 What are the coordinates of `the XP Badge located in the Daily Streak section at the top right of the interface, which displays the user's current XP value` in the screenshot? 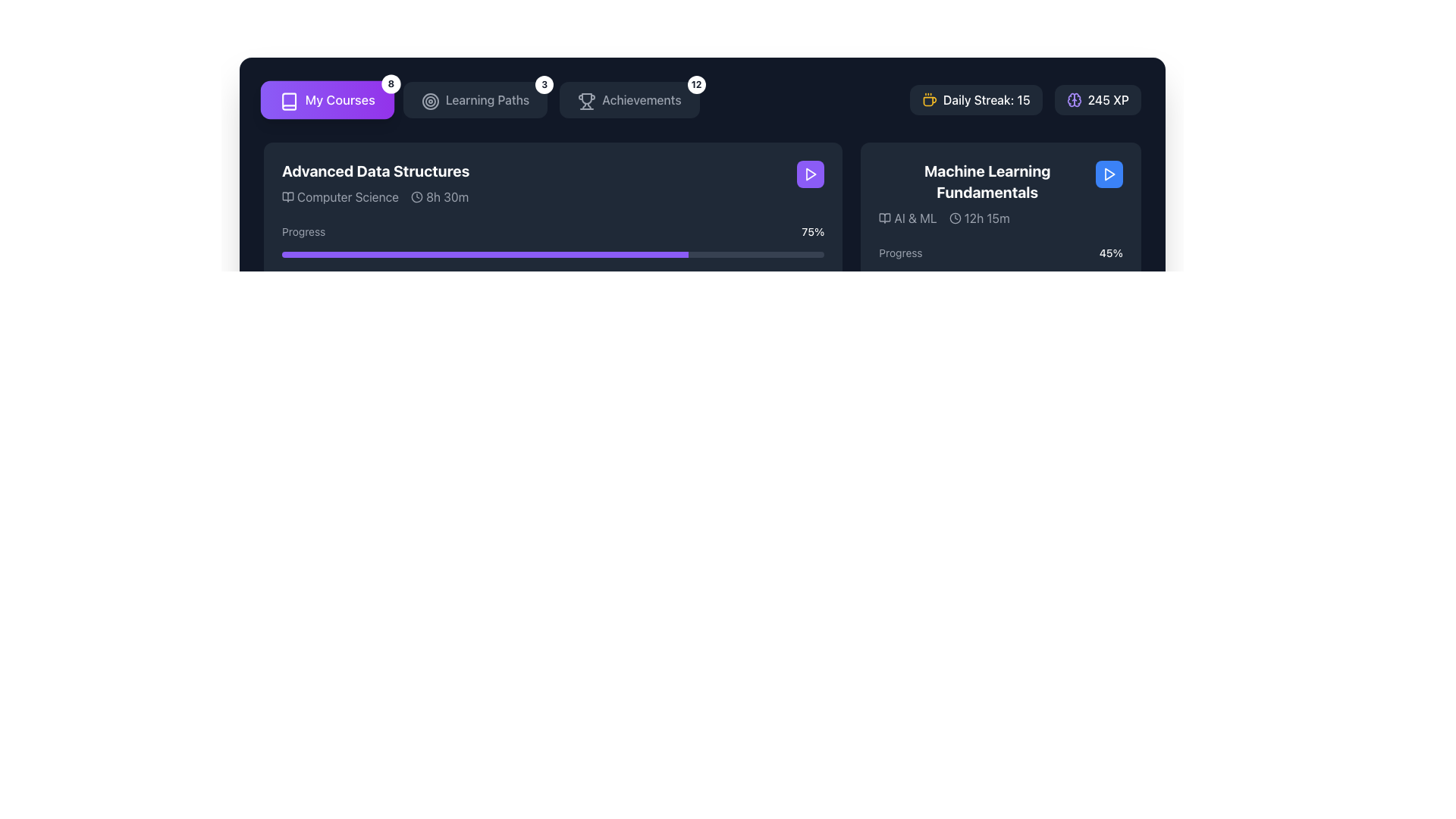 It's located at (1097, 99).